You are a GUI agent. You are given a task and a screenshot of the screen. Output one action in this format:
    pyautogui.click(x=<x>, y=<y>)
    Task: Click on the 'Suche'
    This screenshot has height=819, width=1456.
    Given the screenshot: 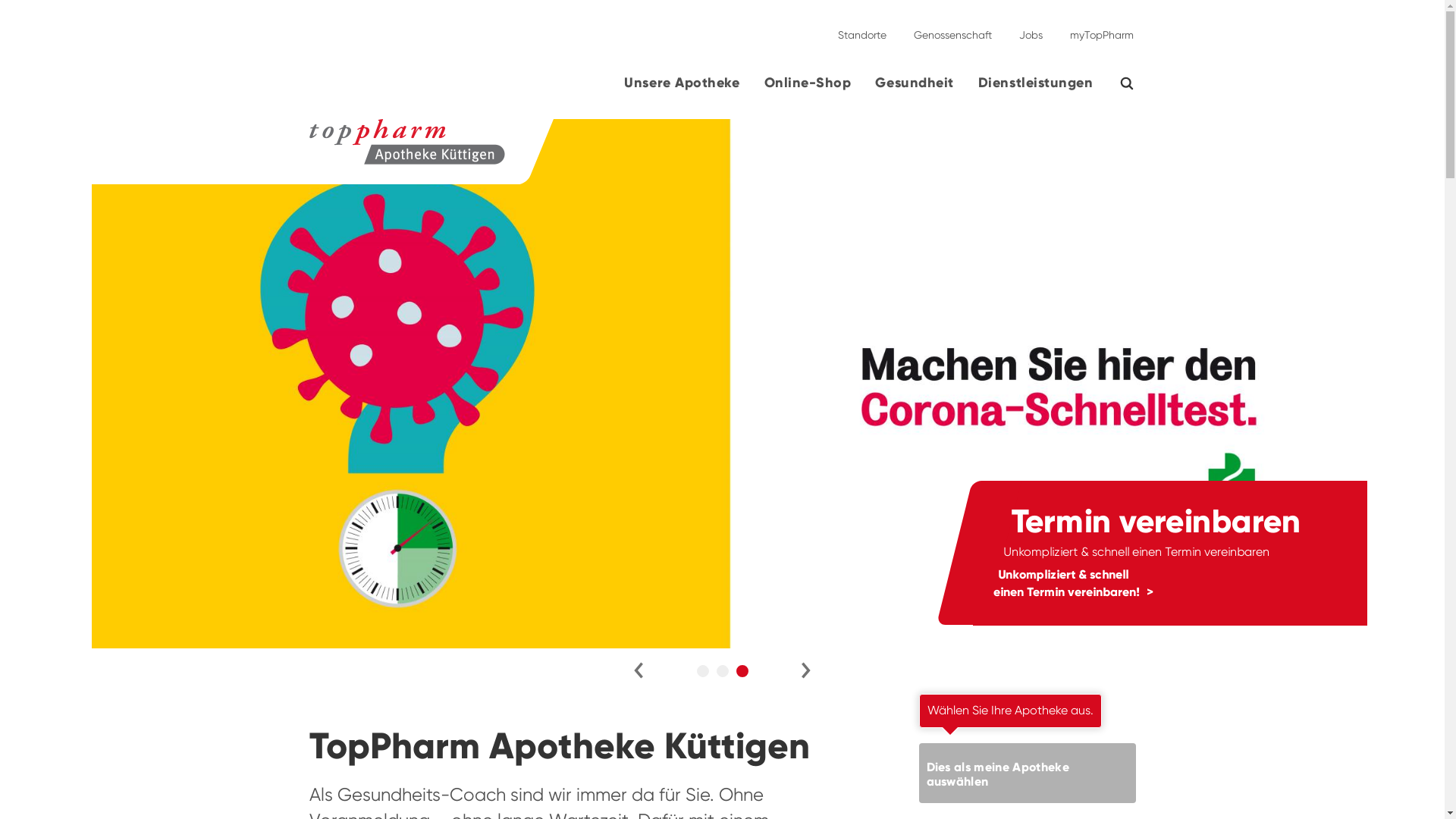 What is the action you would take?
    pyautogui.click(x=1135, y=83)
    